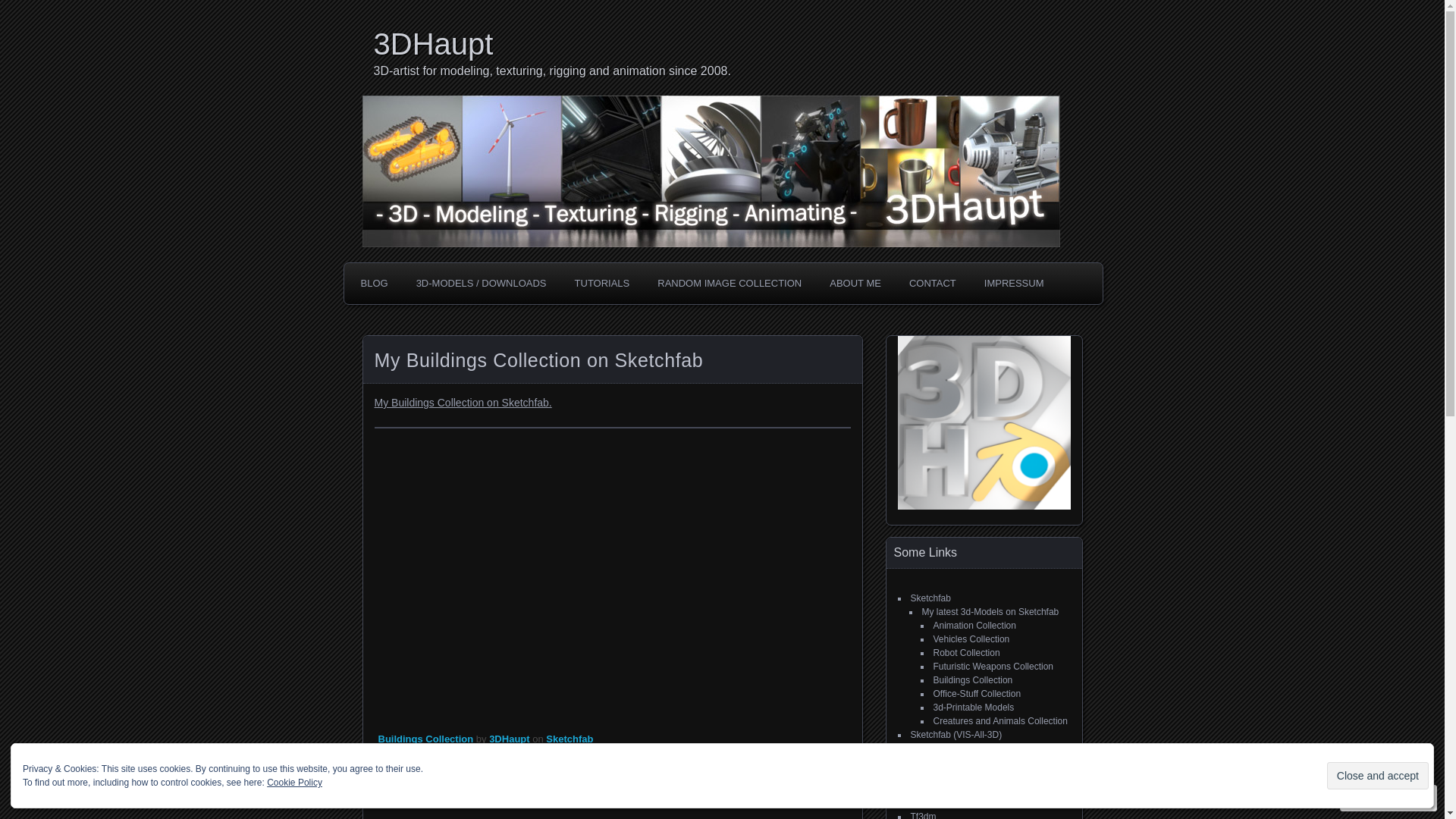  Describe the element at coordinates (954, 775) in the screenshot. I see `'CGTrader (VIS-All-3D)'` at that location.